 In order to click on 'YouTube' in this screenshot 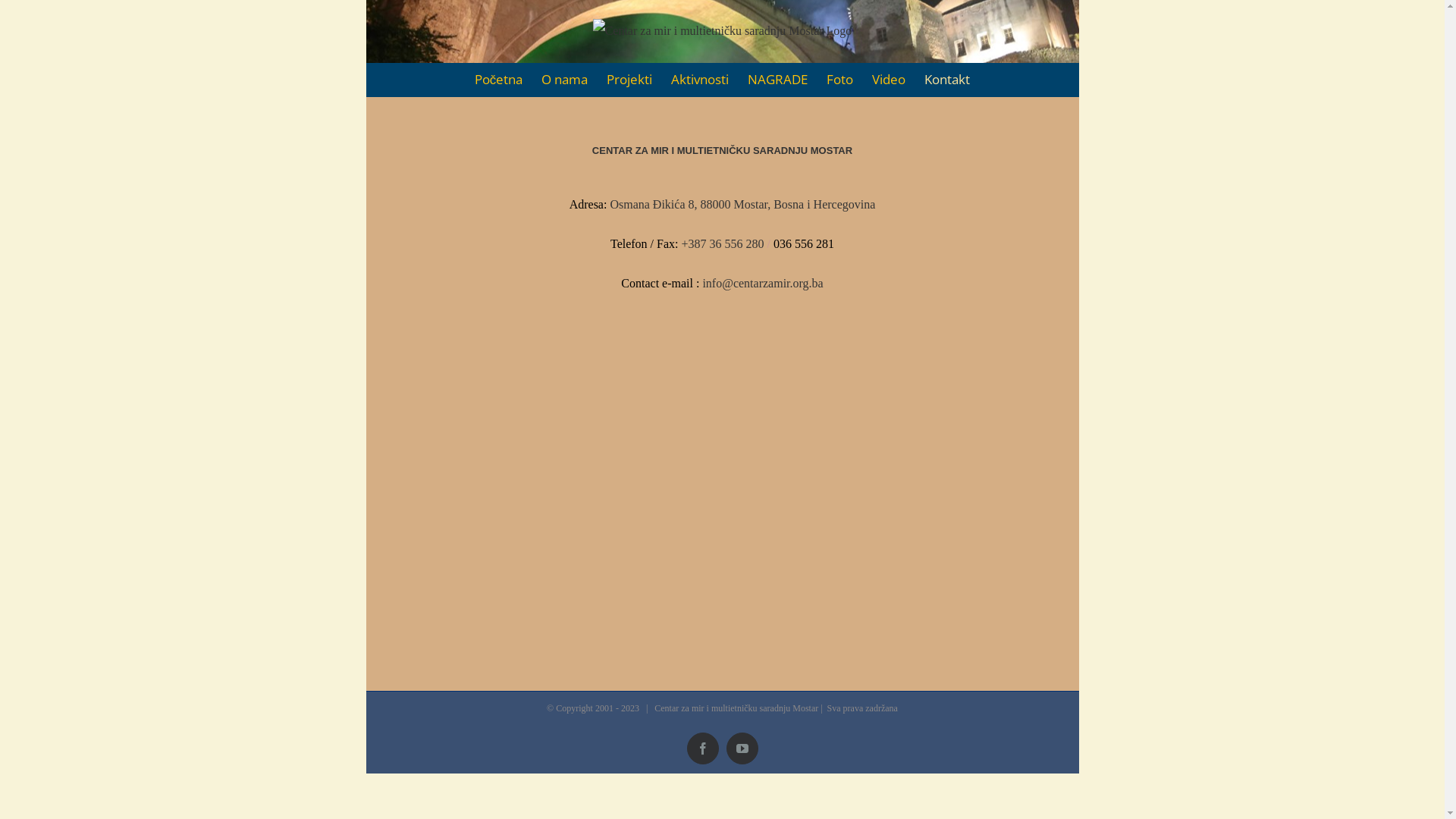, I will do `click(726, 748)`.